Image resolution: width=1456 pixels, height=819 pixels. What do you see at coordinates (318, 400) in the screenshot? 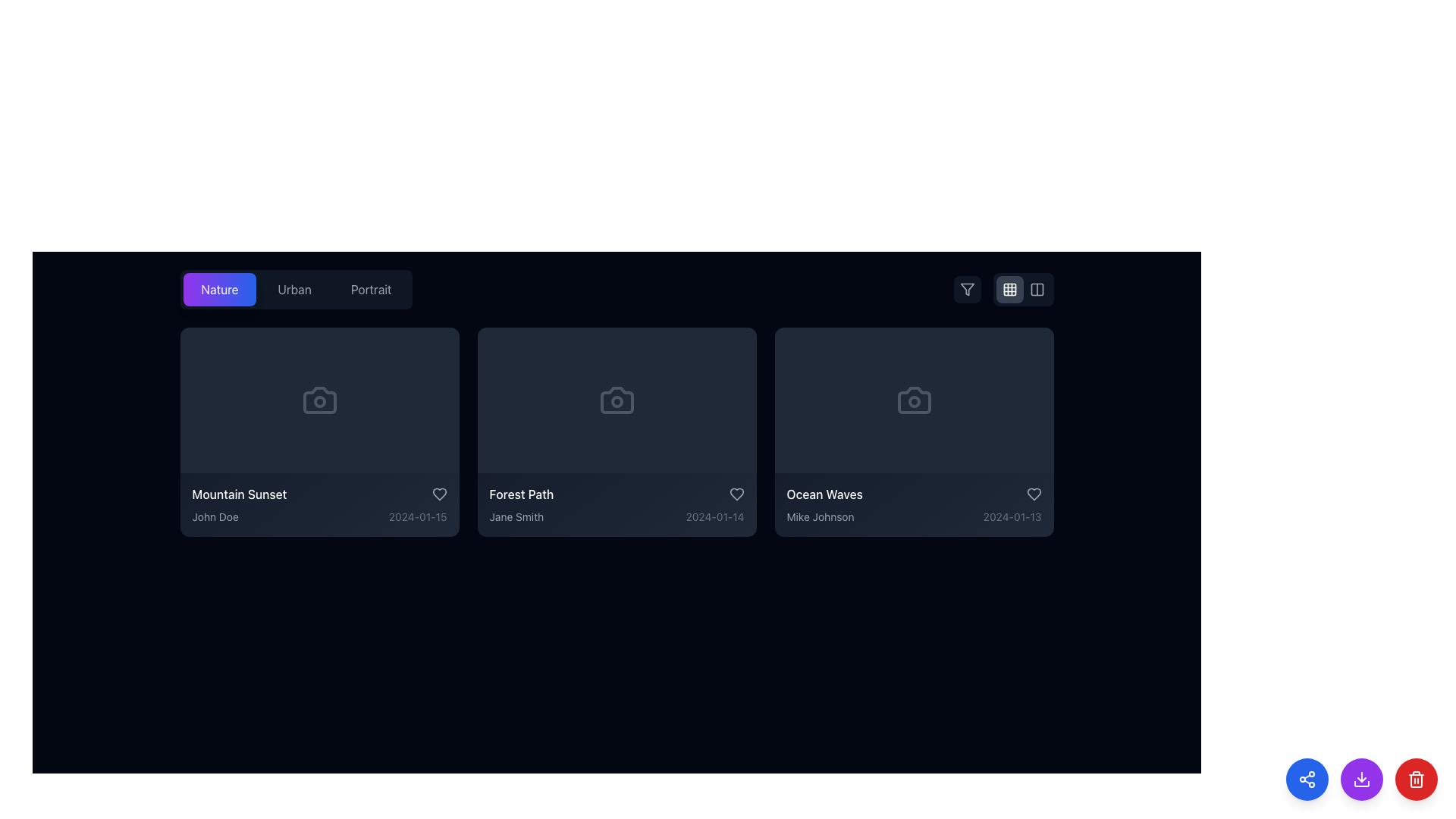
I see `the decorative icon located in the center of the 'Mountain Sunset' card in the grid layout` at bounding box center [318, 400].